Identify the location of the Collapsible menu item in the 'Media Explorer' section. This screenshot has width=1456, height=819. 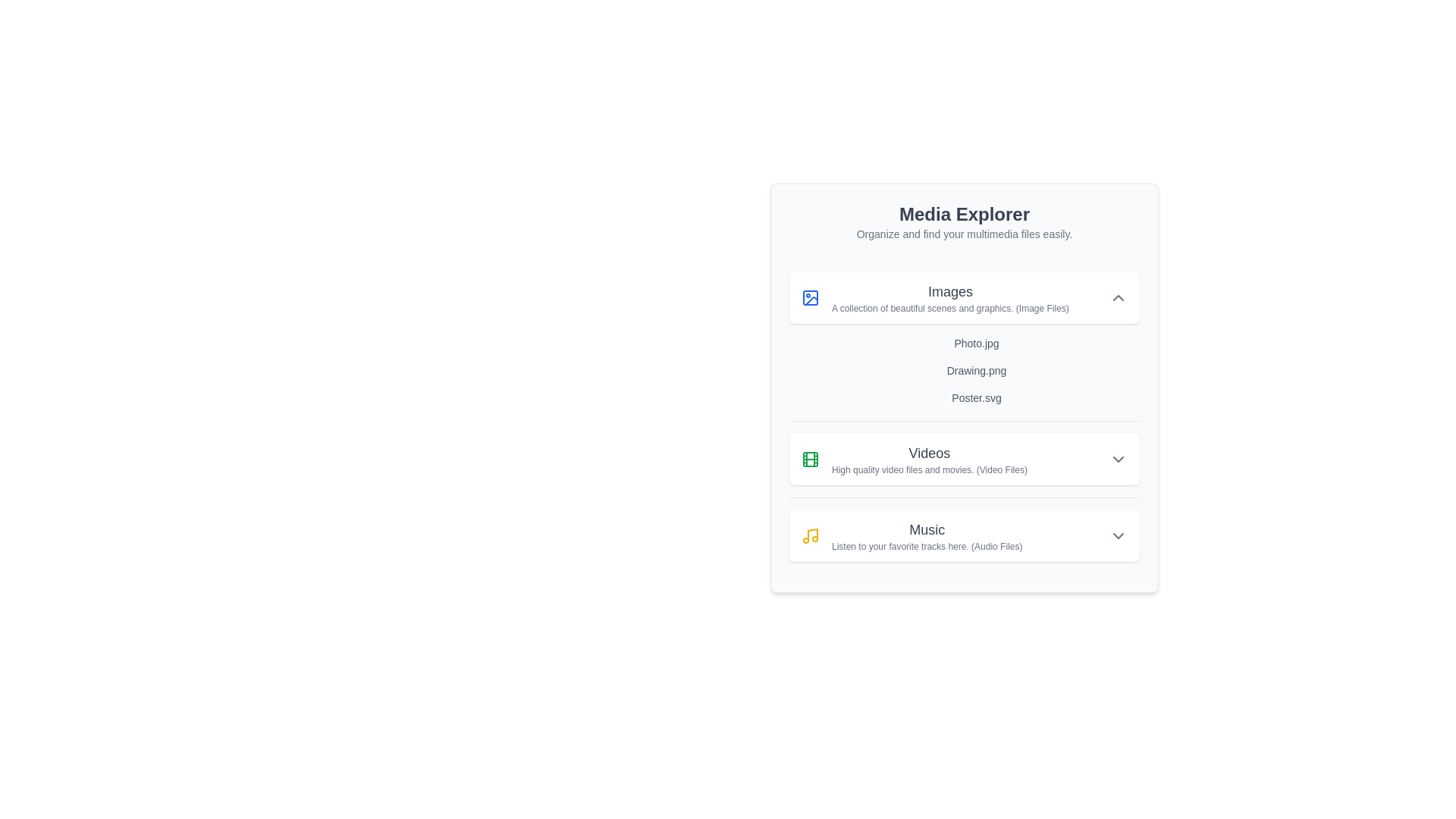
(964, 534).